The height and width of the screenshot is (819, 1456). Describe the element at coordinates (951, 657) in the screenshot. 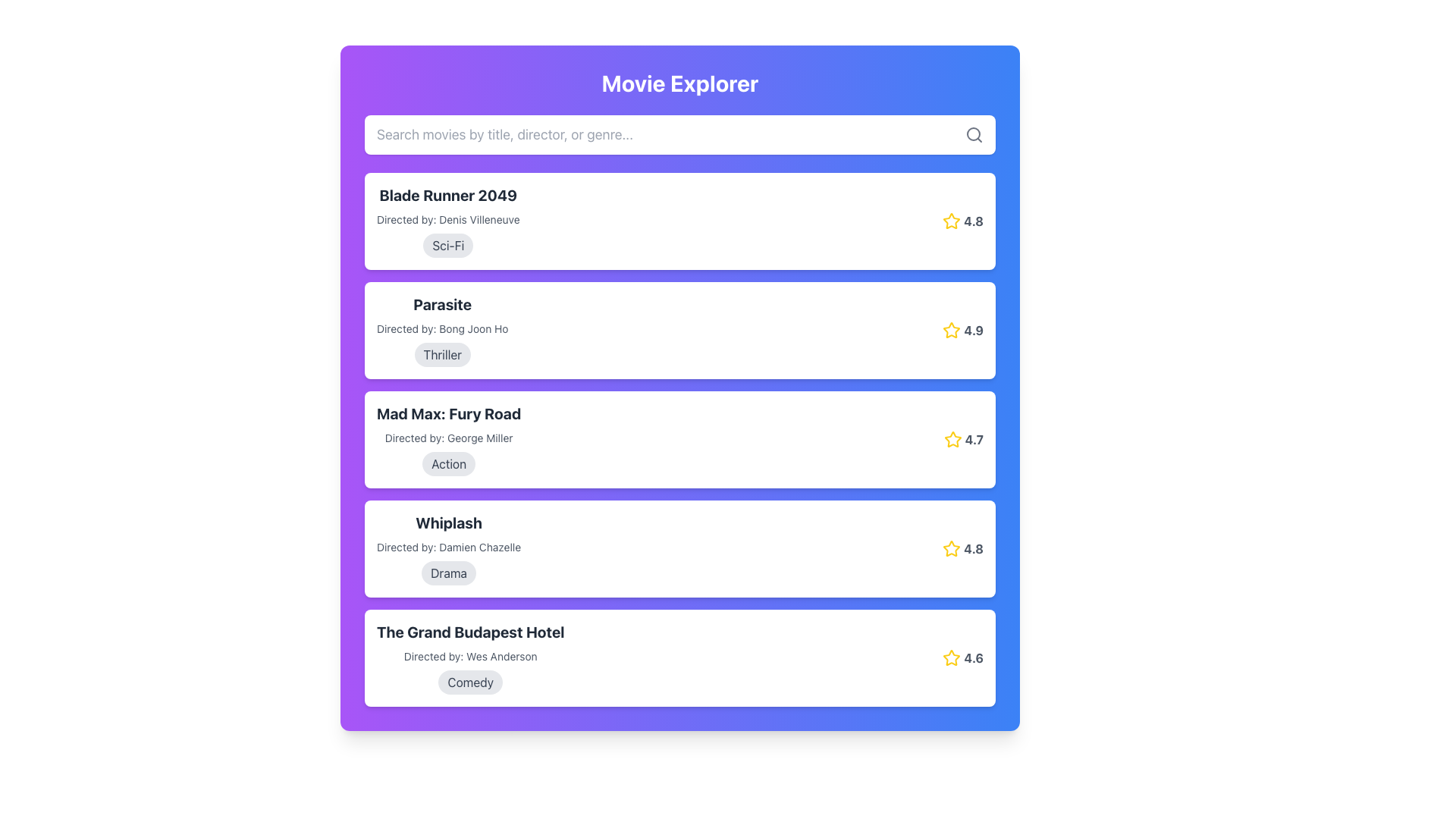

I see `the star icon that visually represents the rating, located to the left of the numeric score '4.6' in the bottom-most item of the listing` at that location.